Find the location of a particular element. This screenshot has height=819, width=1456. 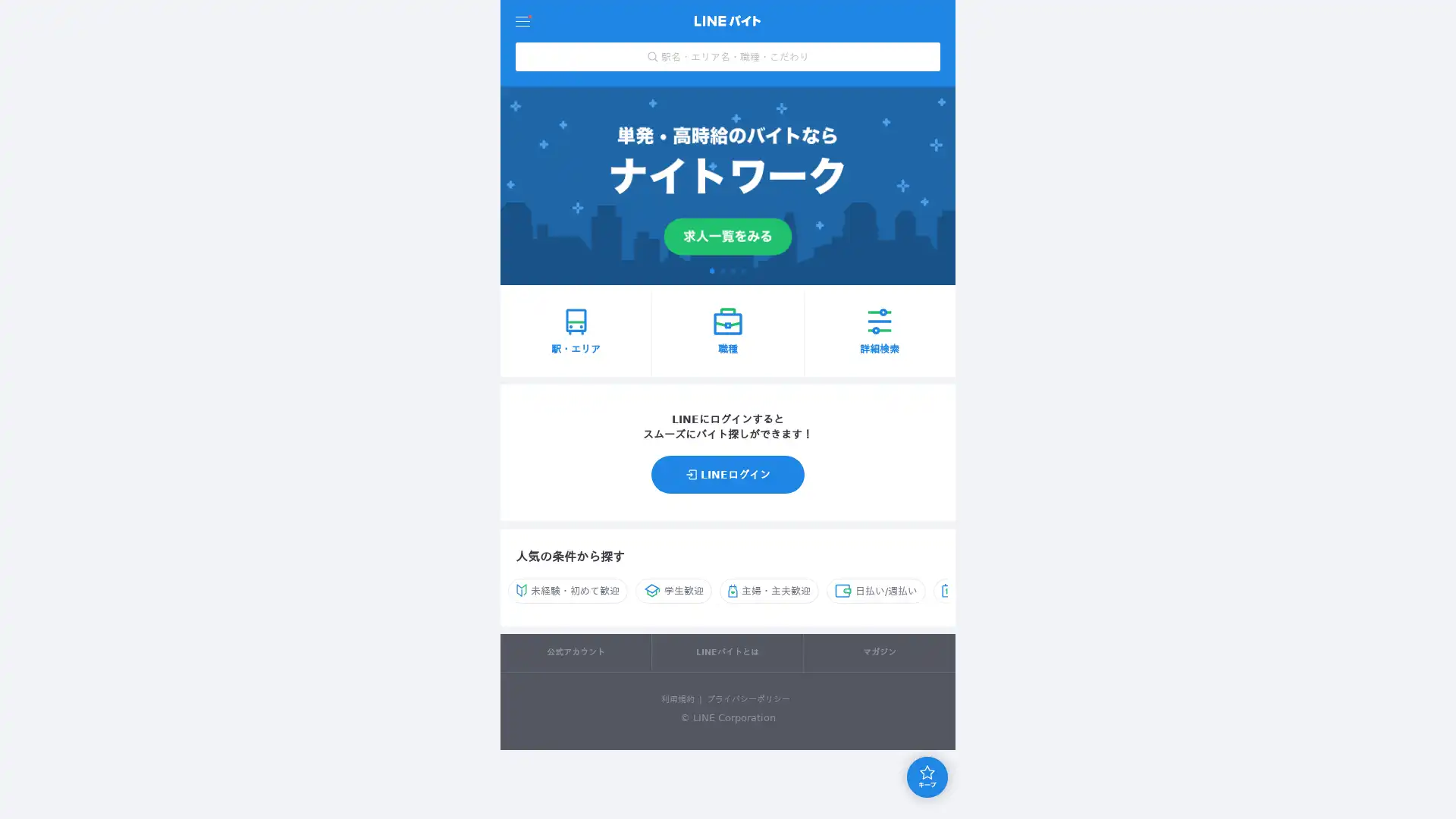

3 is located at coordinates (733, 269).